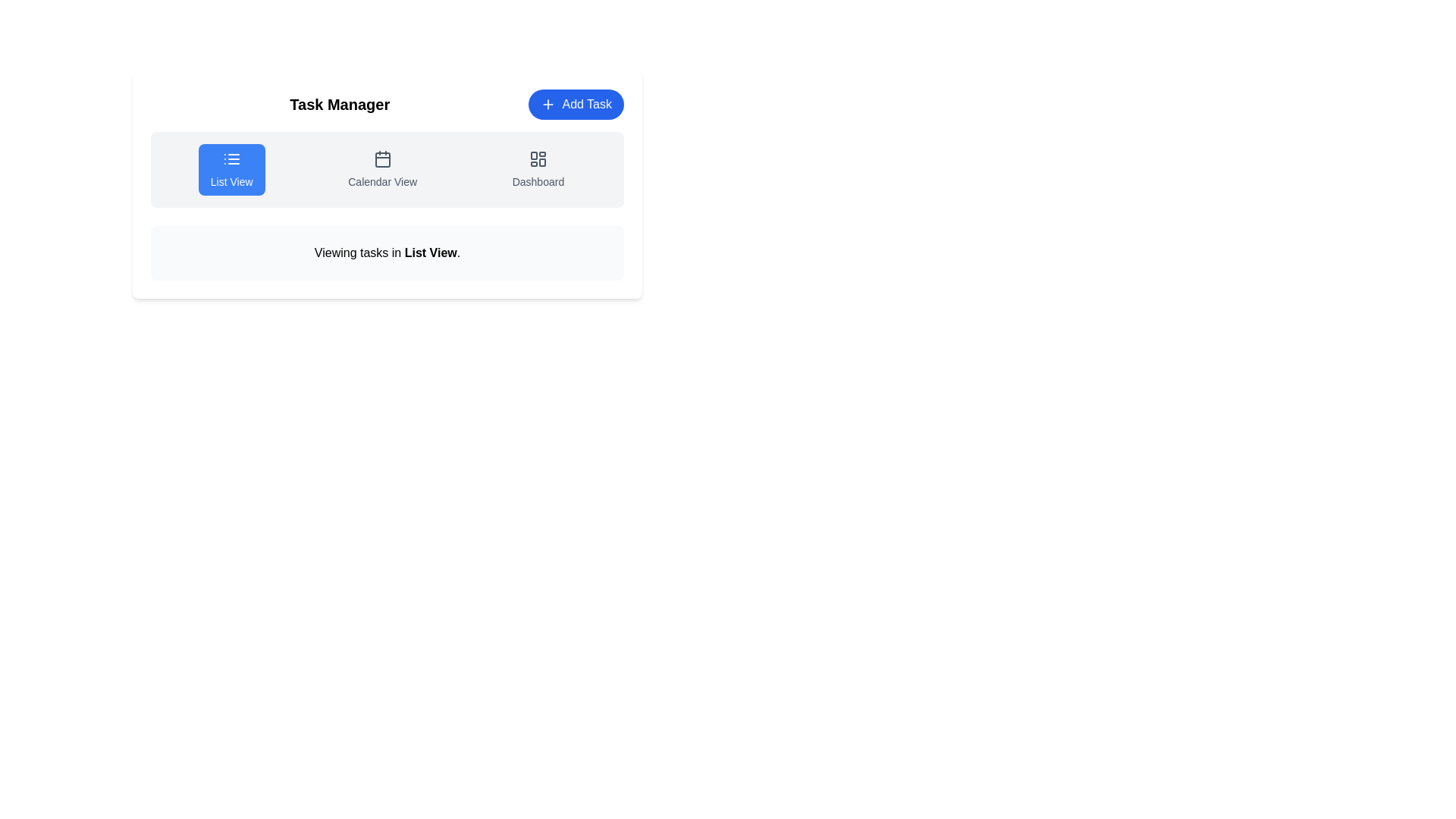 The width and height of the screenshot is (1456, 819). I want to click on text label located at the bottom of the first blue button, which describes the action or view mode represented by the button's icon, so click(231, 180).